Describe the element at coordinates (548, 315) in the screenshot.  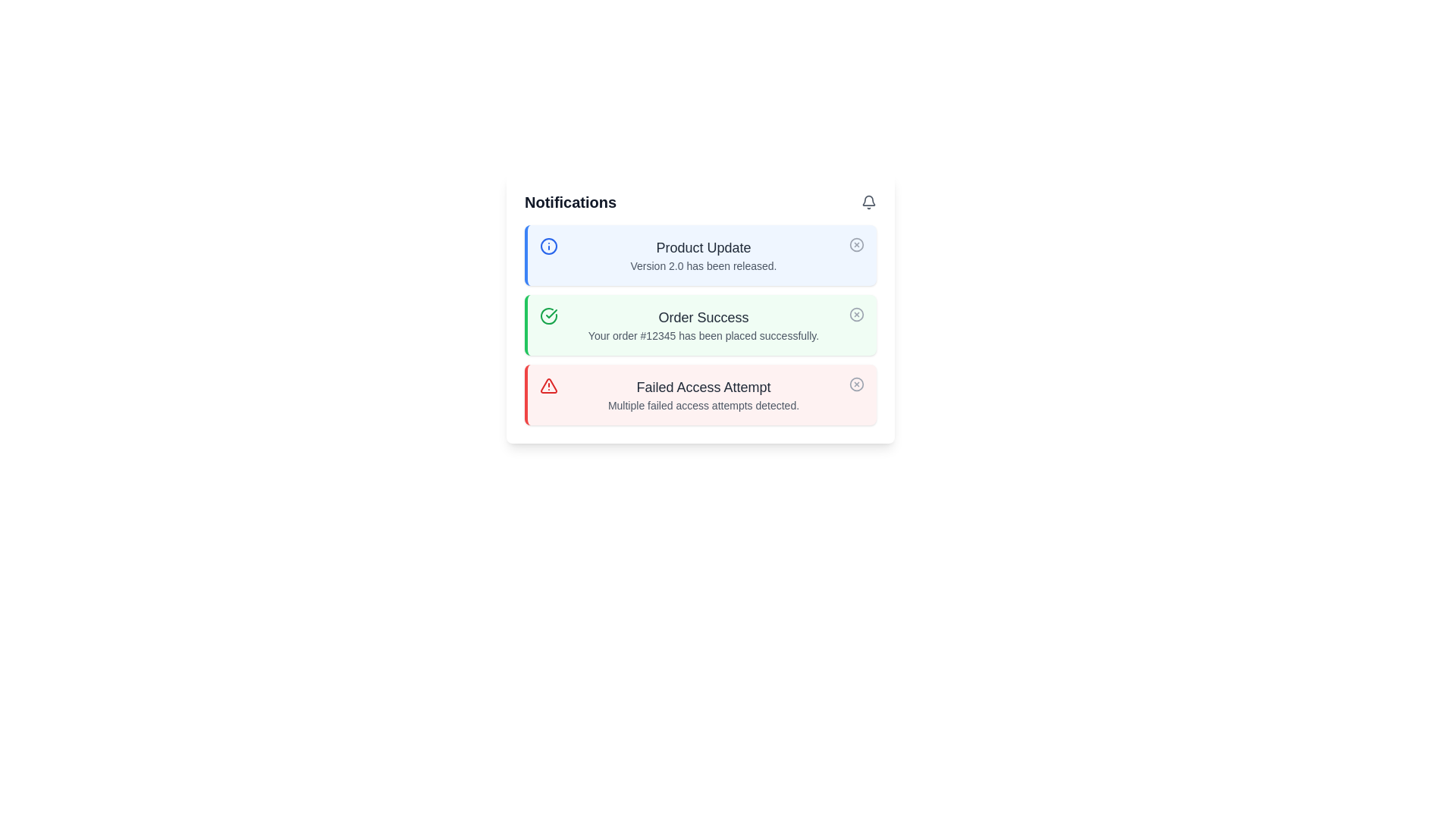
I see `the checkmark icon within the green circle in the 'Order Success' notification card located in the Notifications panel` at that location.